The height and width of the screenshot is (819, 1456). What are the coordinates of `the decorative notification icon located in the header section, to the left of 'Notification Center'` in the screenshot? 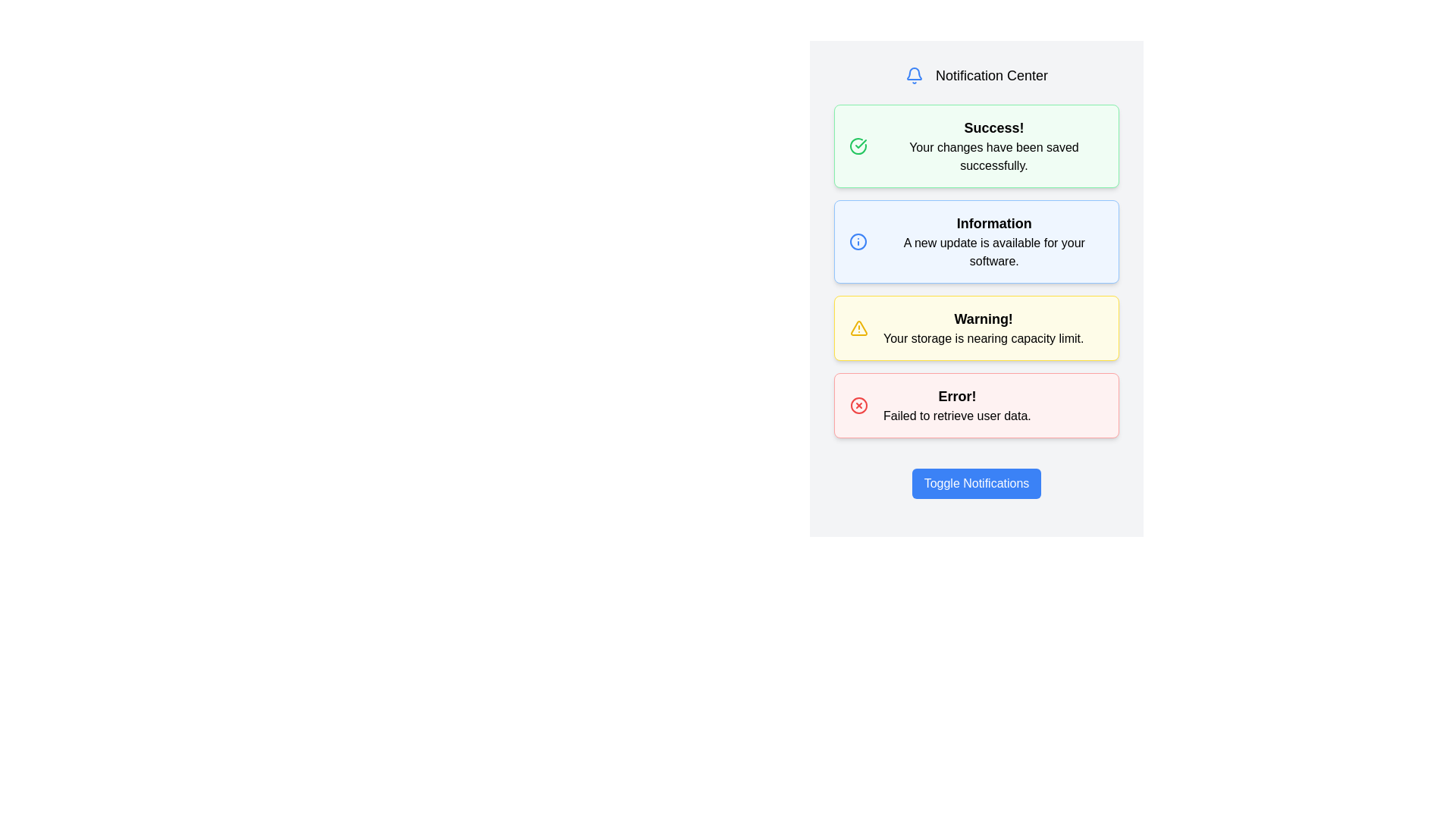 It's located at (913, 76).